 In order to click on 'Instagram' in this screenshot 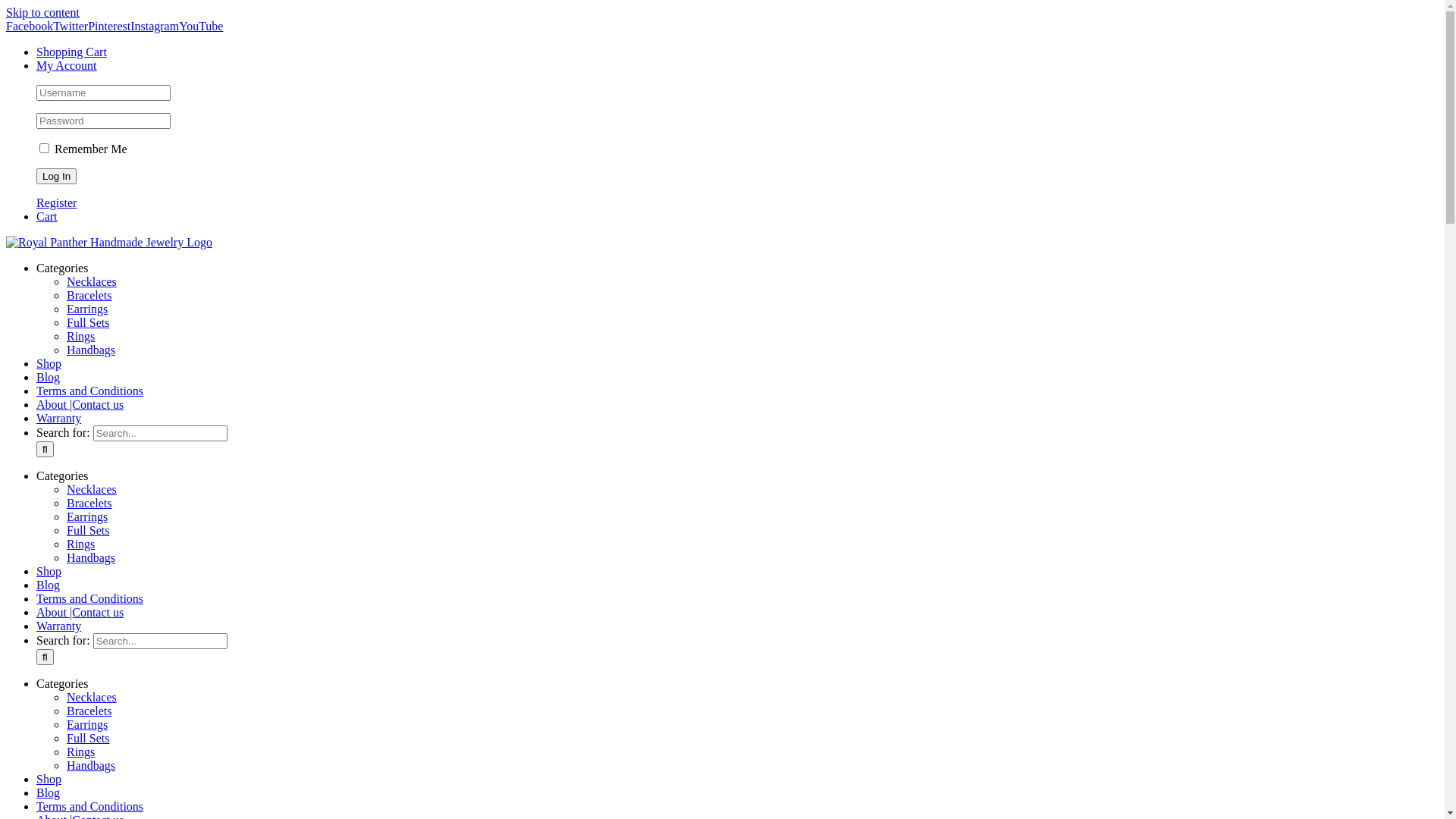, I will do `click(154, 26)`.